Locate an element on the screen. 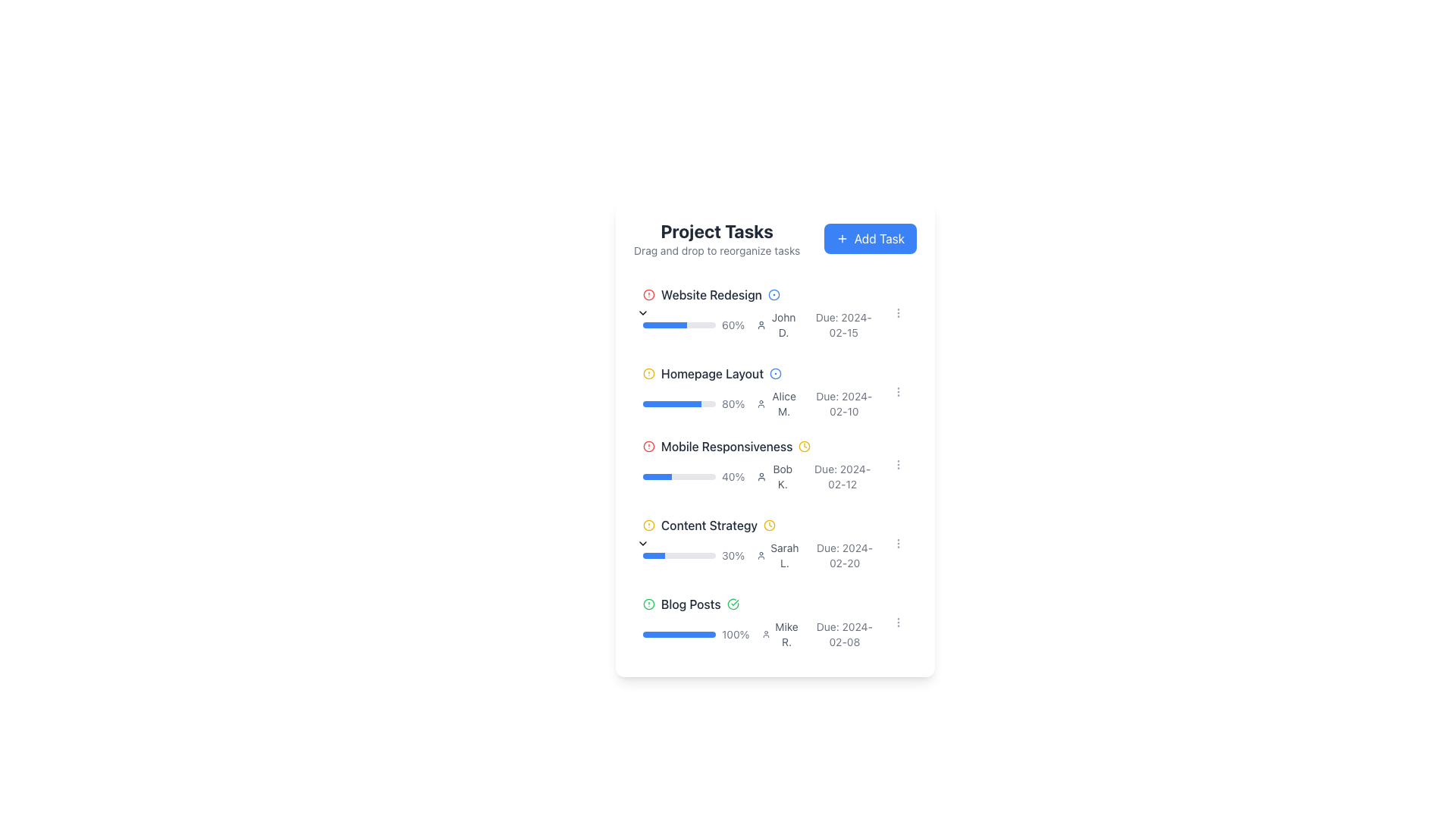 The width and height of the screenshot is (1456, 819). the icon or button that provides access to additional options related to the 'Website Redesign' task, located near the left edge of the row and slightly to the left of the task's progress bar is located at coordinates (633, 312).